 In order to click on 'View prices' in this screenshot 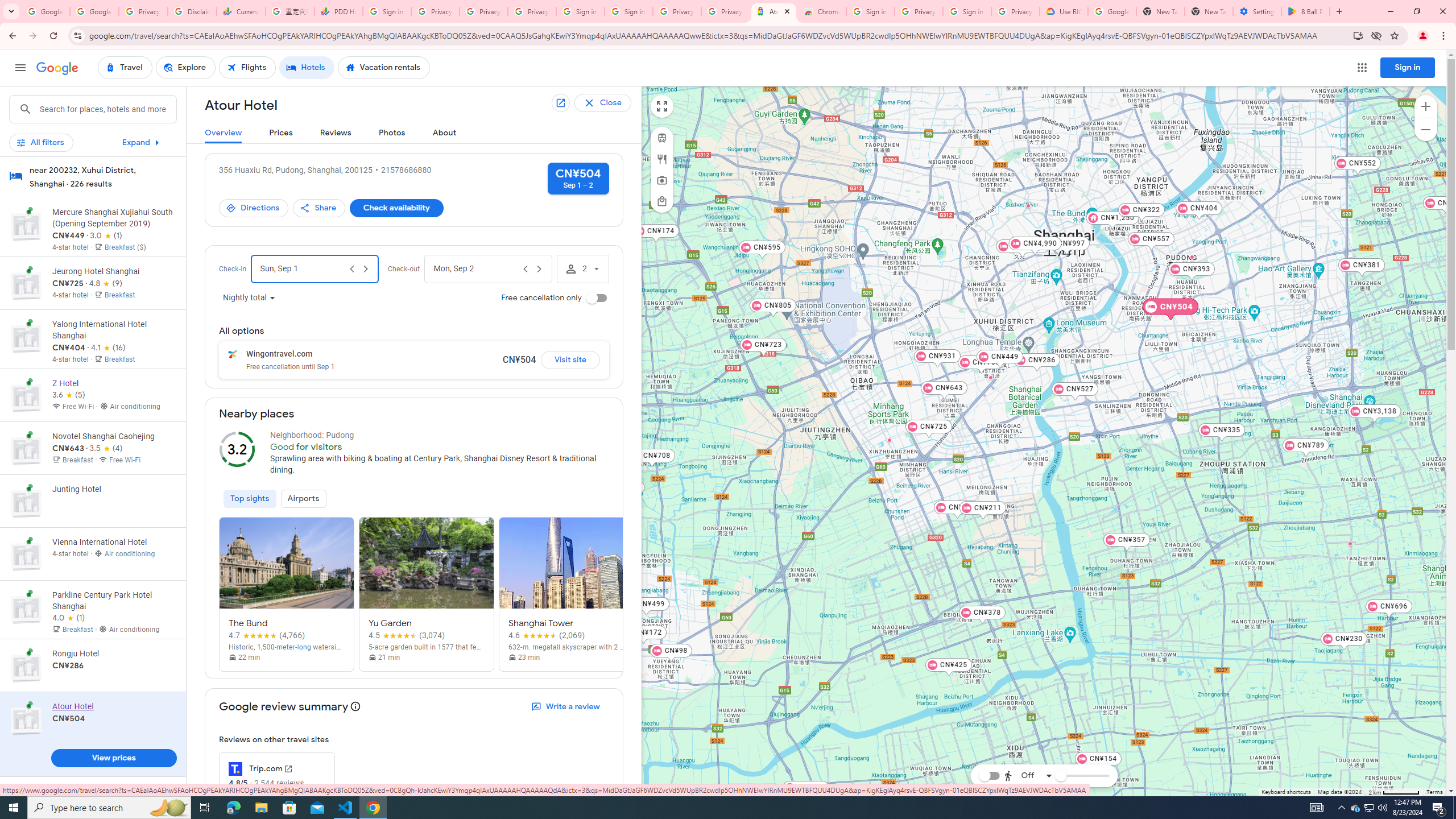, I will do `click(113, 758)`.